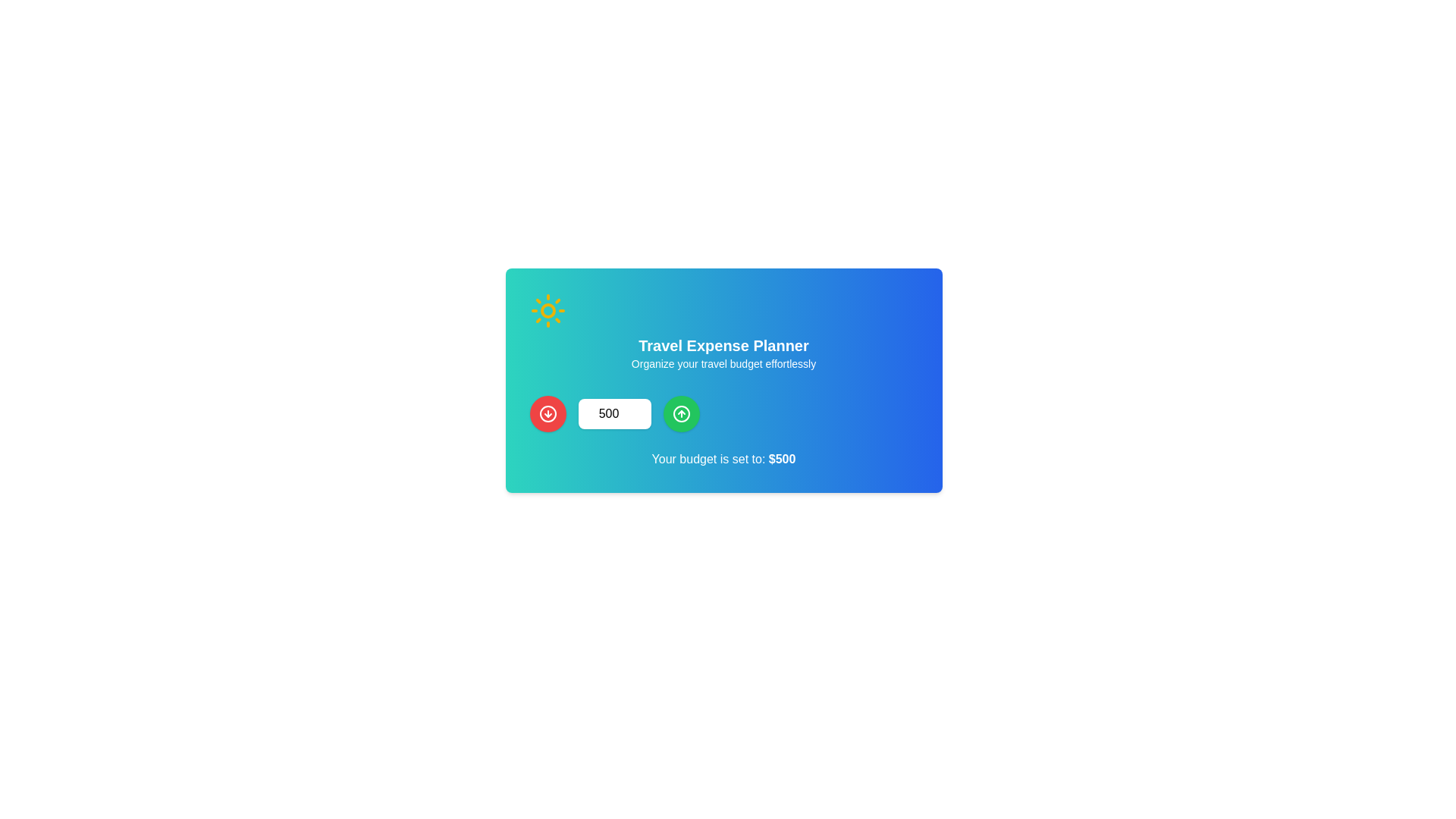  I want to click on the red and green buttons located on either side of the numeric input field within the content box that features a gradient background from teal to blue and contains a sun icon, centered white text, and a monetary value statement, so click(723, 379).